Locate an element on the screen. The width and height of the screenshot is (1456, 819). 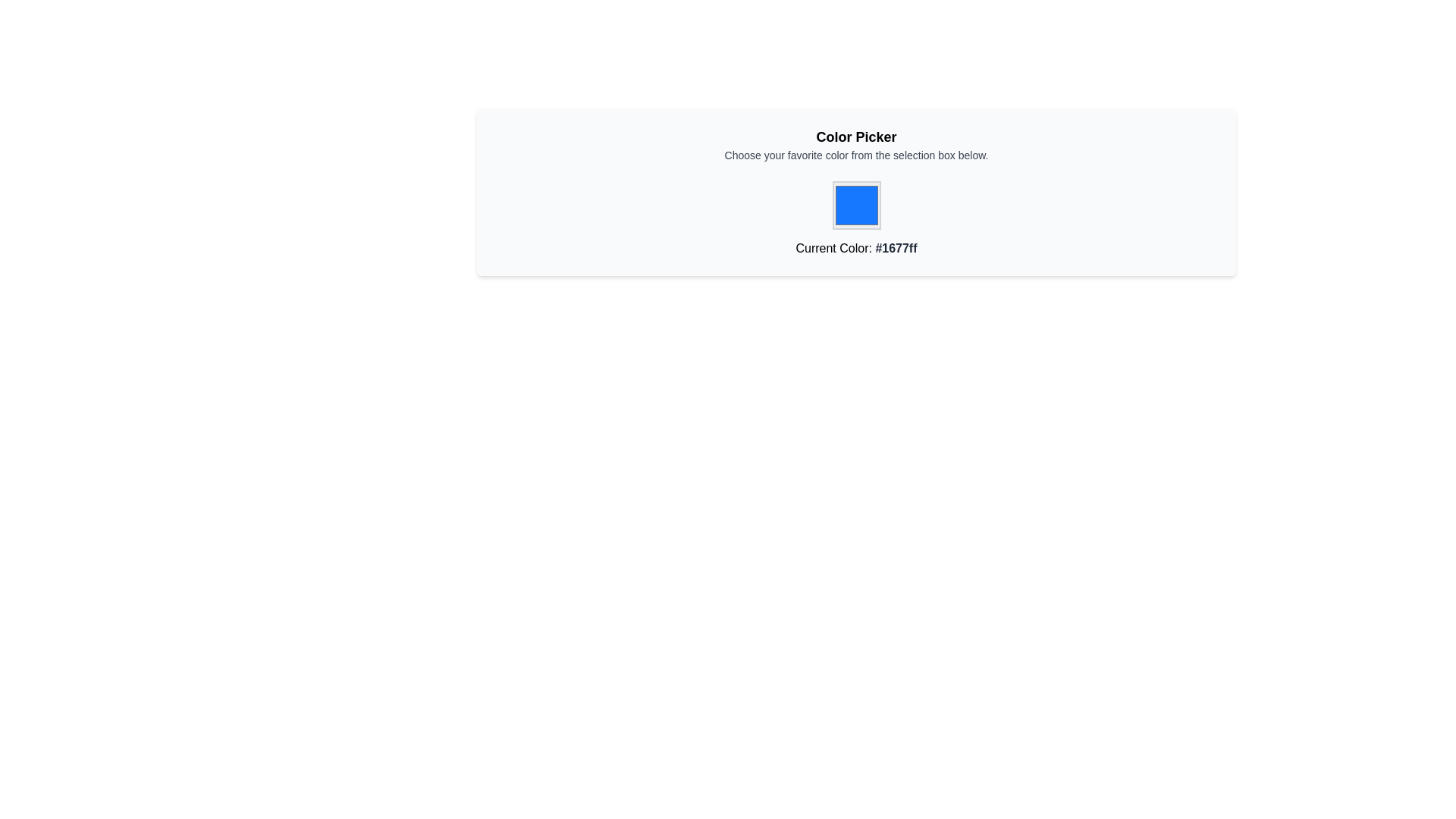
the text label displaying 'Current Color: #1677ff' is located at coordinates (856, 243).